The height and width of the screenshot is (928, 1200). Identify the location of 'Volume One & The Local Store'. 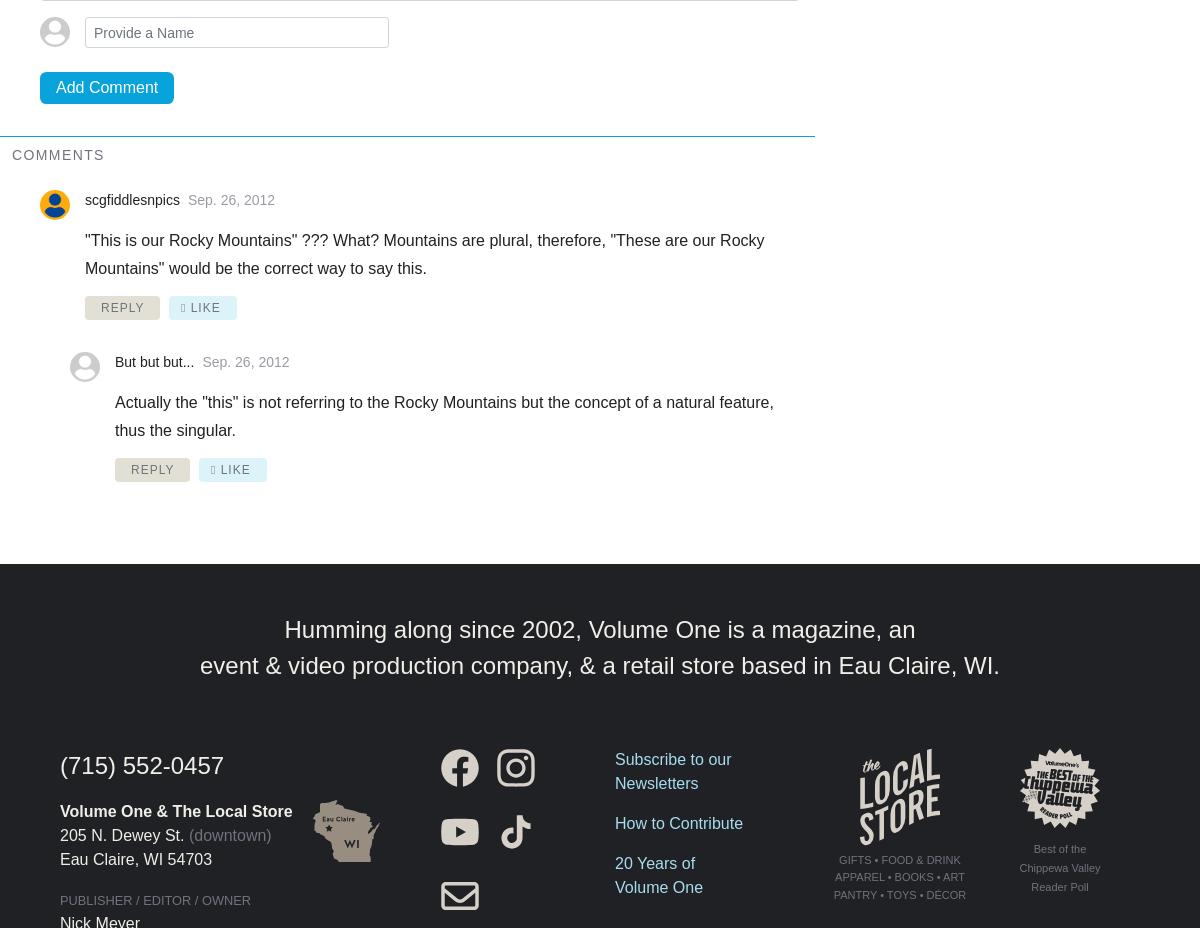
(175, 809).